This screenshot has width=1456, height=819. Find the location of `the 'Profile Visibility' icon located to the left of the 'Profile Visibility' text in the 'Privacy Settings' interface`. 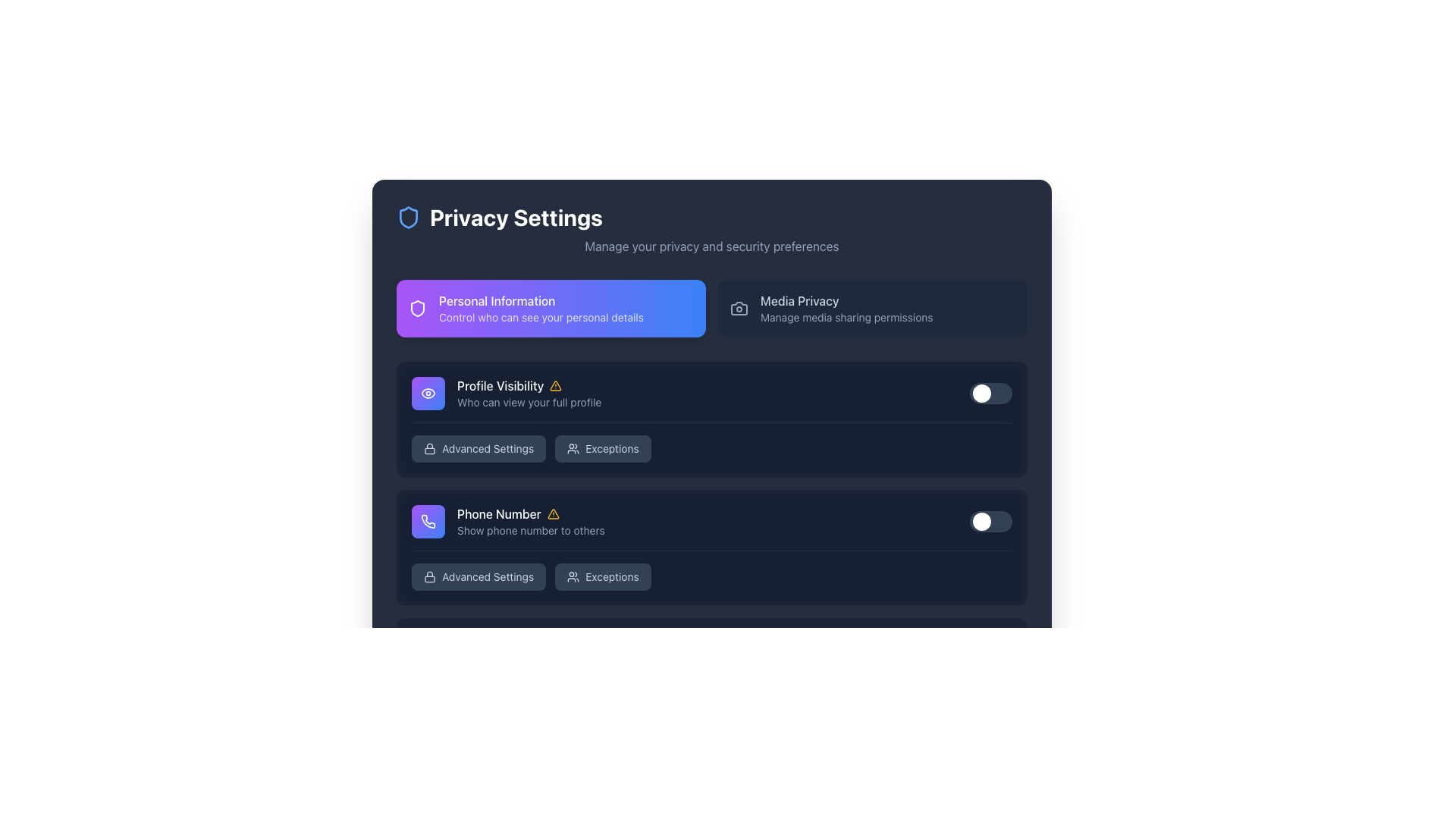

the 'Profile Visibility' icon located to the left of the 'Profile Visibility' text in the 'Privacy Settings' interface is located at coordinates (428, 393).